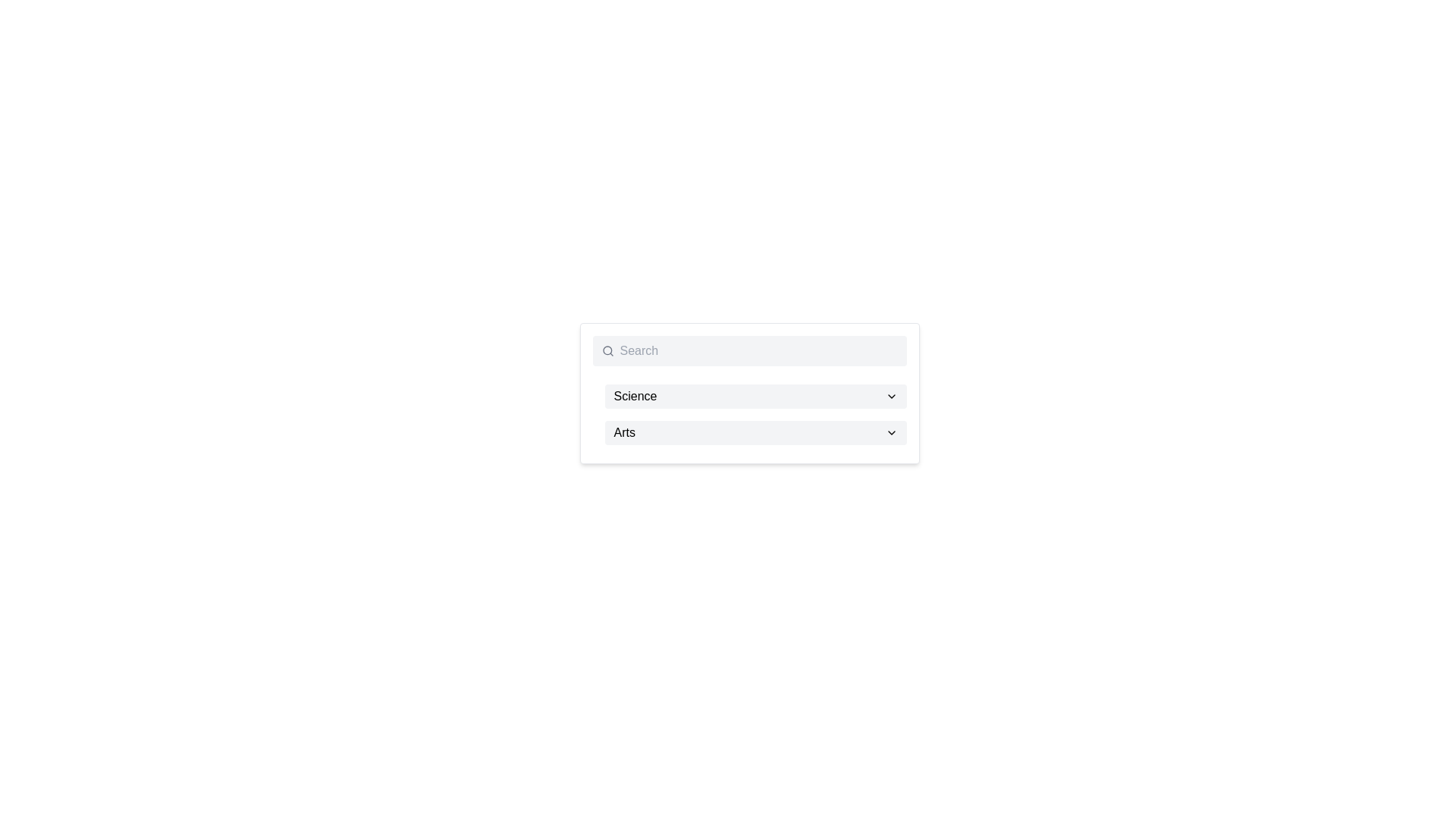 This screenshot has width=1456, height=819. I want to click on the downward-facing chevron icon located at the right end of the horizontal strip labeled 'Arts', so click(891, 432).